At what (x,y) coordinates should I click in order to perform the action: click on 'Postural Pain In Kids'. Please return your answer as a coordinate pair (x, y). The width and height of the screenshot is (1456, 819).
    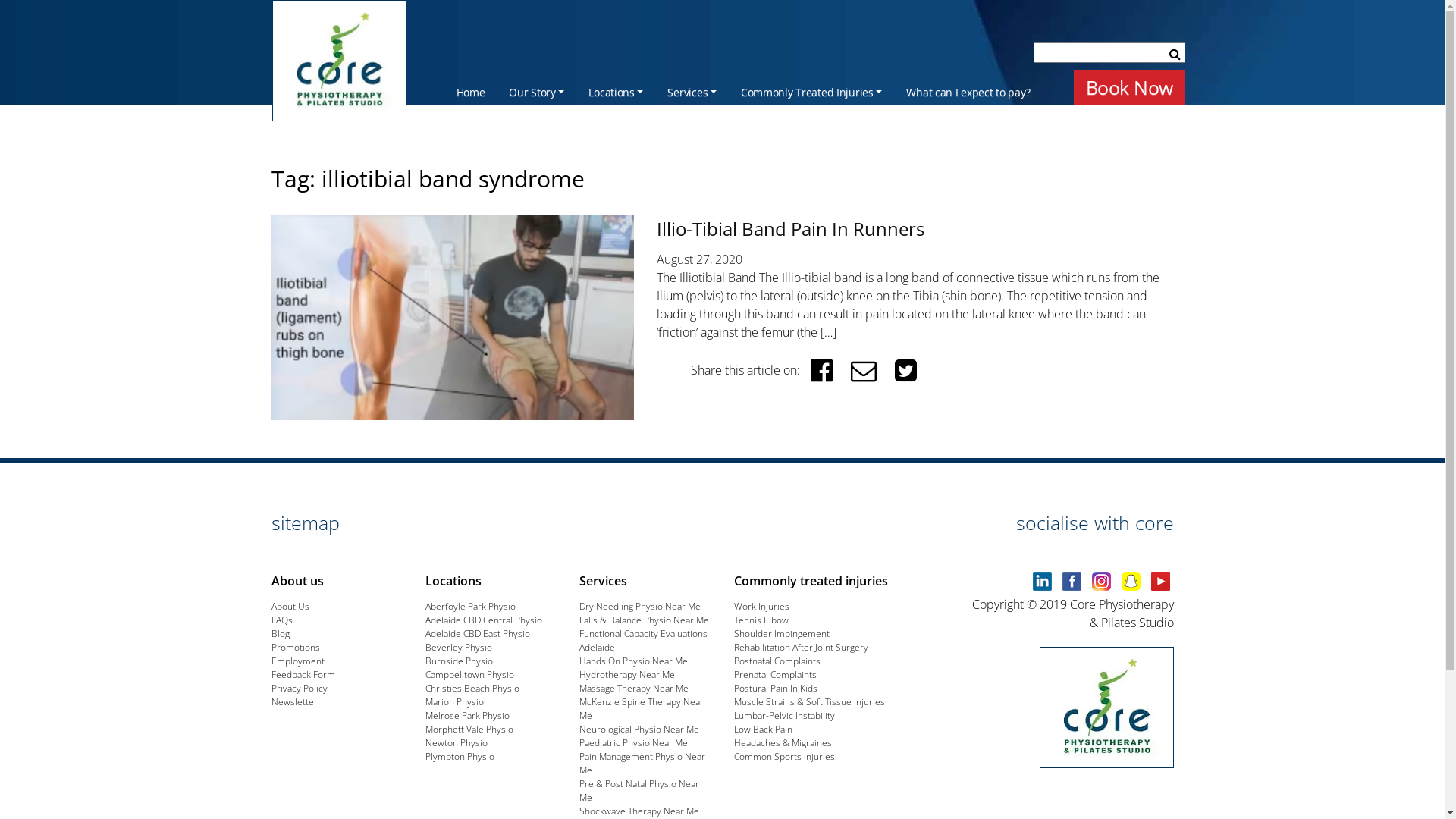
    Looking at the image, I should click on (775, 688).